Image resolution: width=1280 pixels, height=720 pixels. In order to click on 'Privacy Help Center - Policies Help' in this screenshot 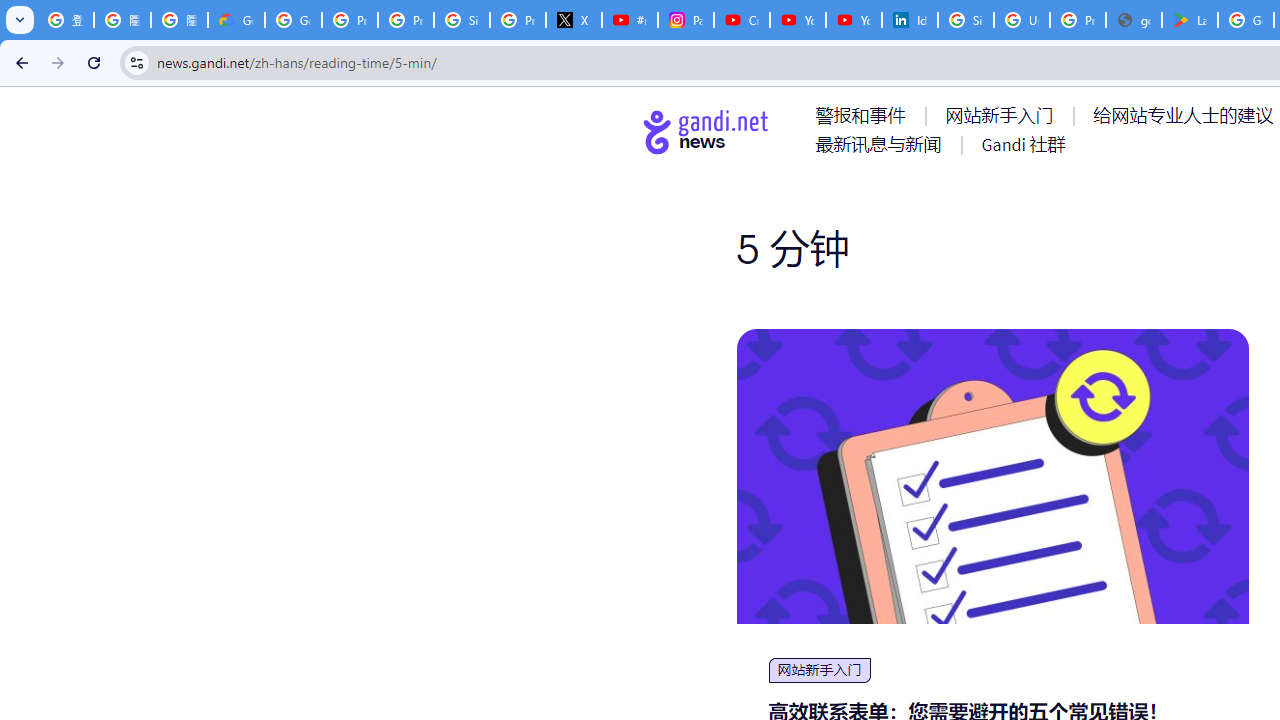, I will do `click(404, 20)`.